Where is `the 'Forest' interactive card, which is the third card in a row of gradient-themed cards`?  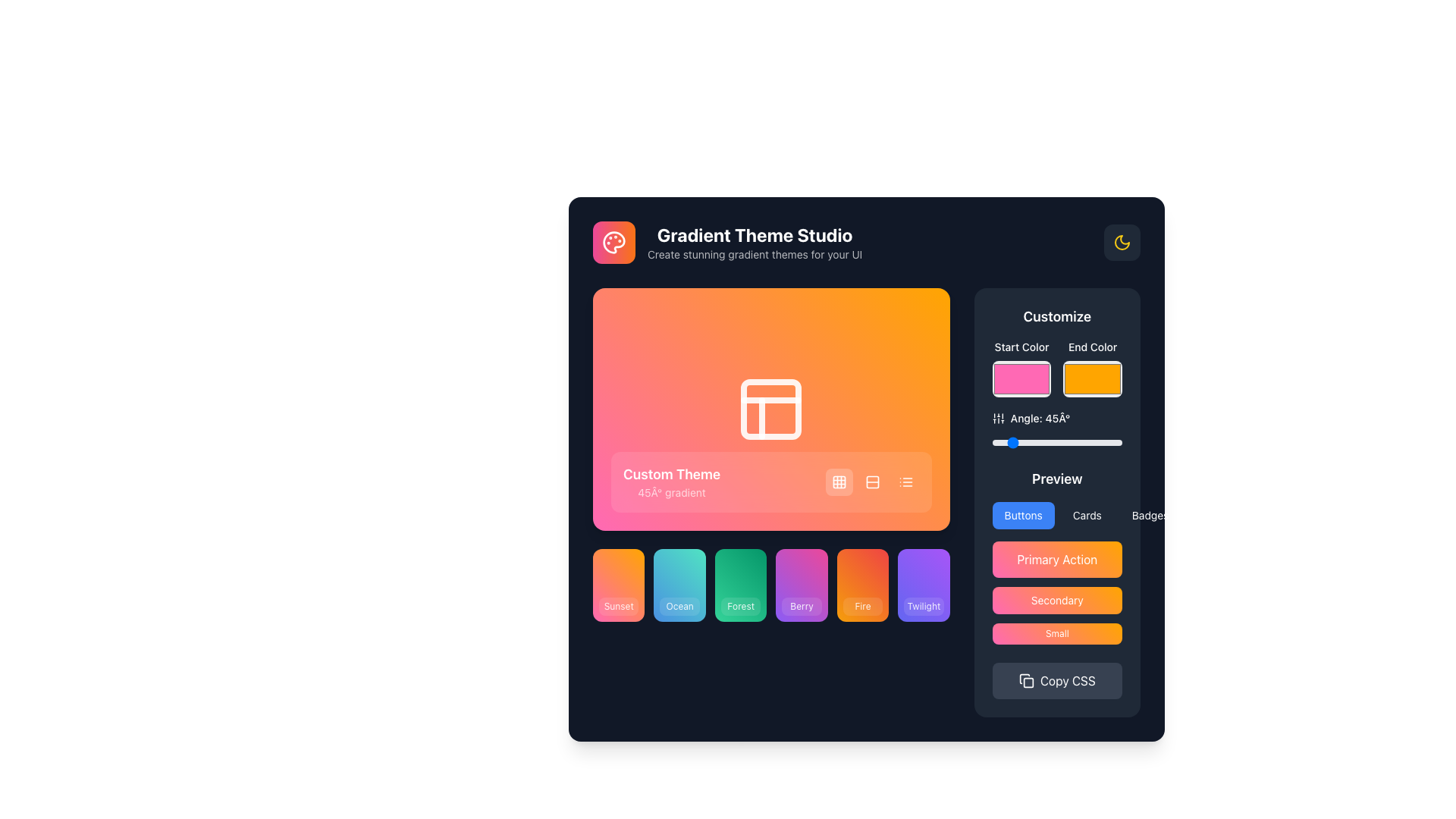
the 'Forest' interactive card, which is the third card in a row of gradient-themed cards is located at coordinates (741, 584).